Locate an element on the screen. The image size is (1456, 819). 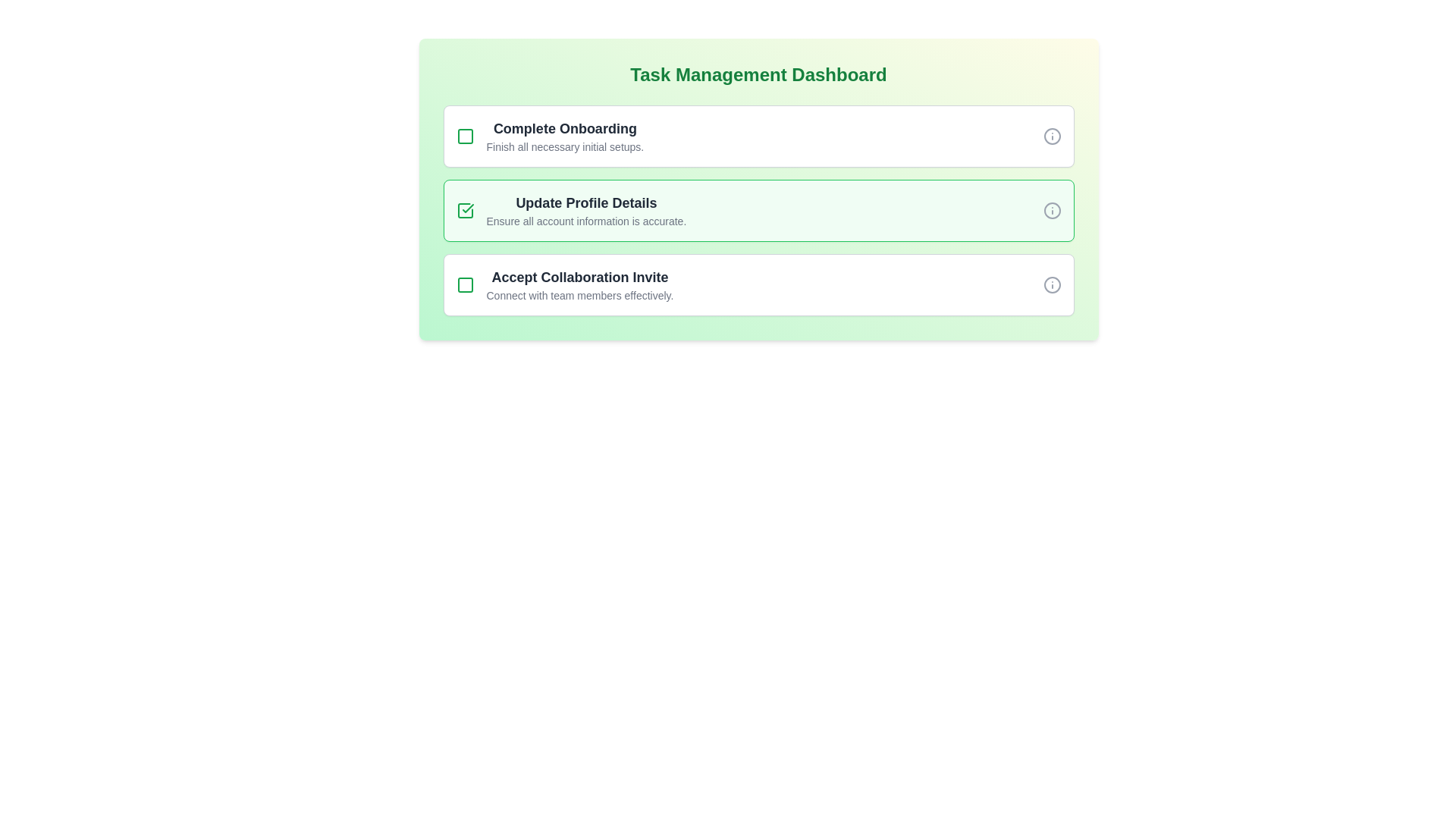
the third item in the vertically stacked list of task items that describes a task or to-do item, located below 'Update Profile Details' and above any additional tasks is located at coordinates (579, 284).